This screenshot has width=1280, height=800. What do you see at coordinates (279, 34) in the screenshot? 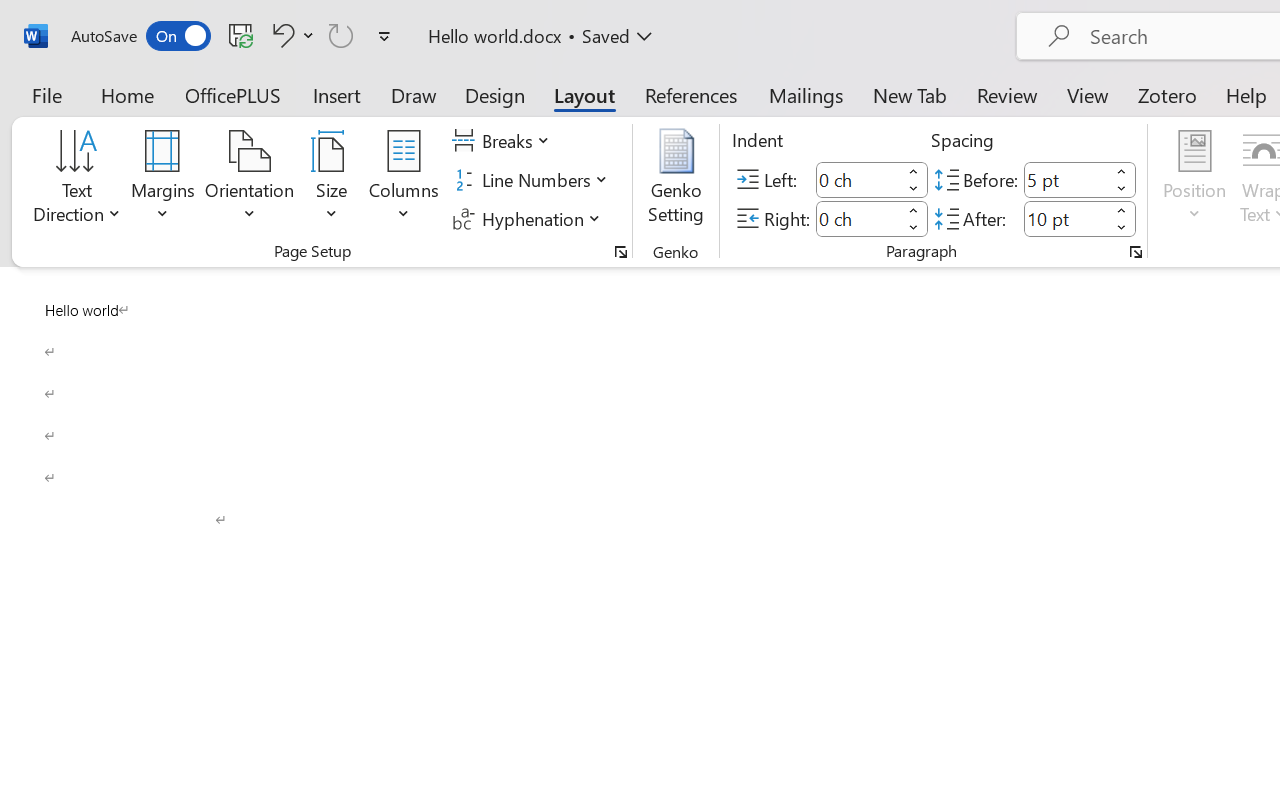
I see `'Undo Subscript'` at bounding box center [279, 34].